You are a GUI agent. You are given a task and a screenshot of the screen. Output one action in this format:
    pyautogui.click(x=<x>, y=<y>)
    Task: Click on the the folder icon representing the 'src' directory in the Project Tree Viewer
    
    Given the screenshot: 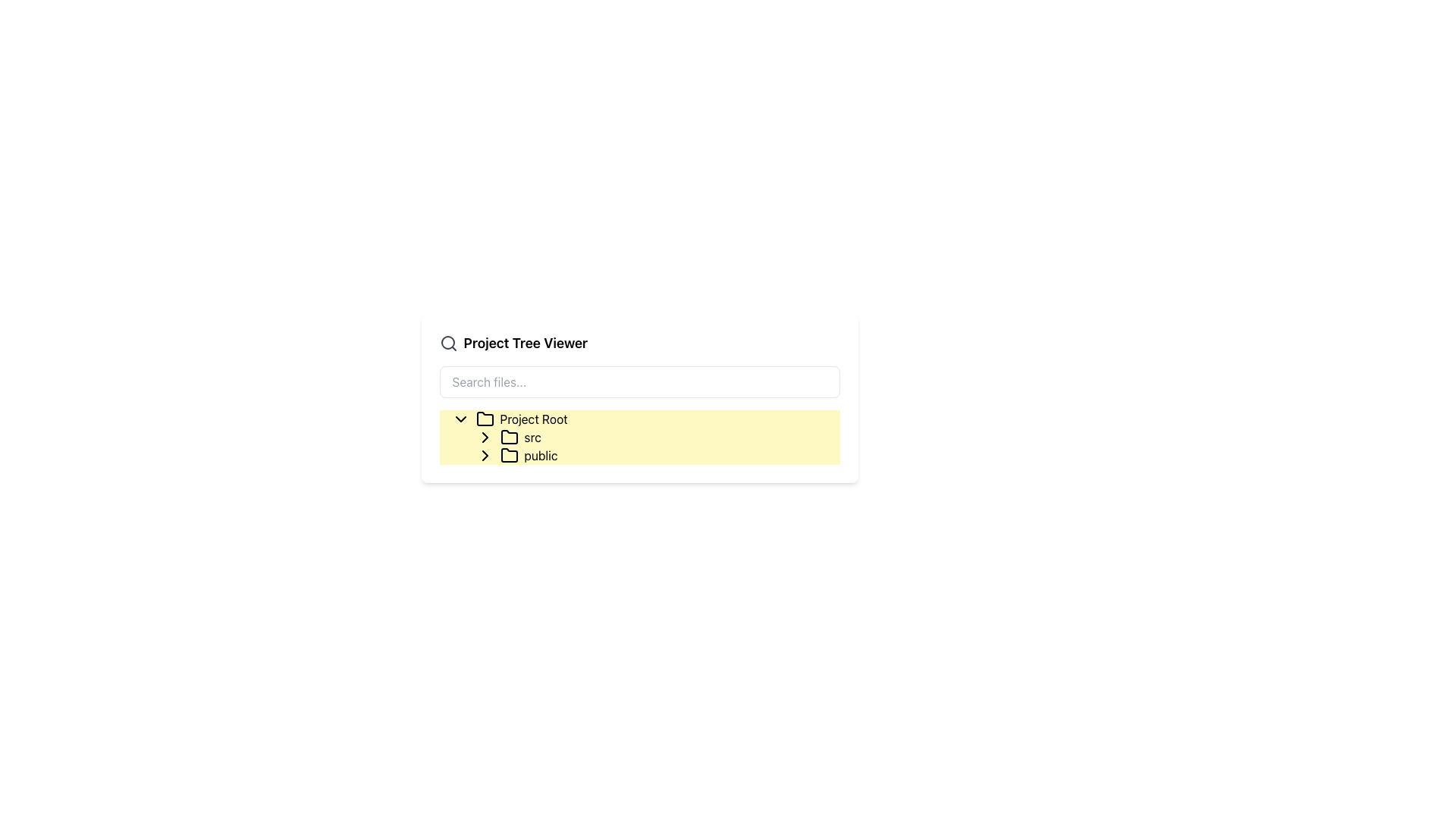 What is the action you would take?
    pyautogui.click(x=509, y=437)
    